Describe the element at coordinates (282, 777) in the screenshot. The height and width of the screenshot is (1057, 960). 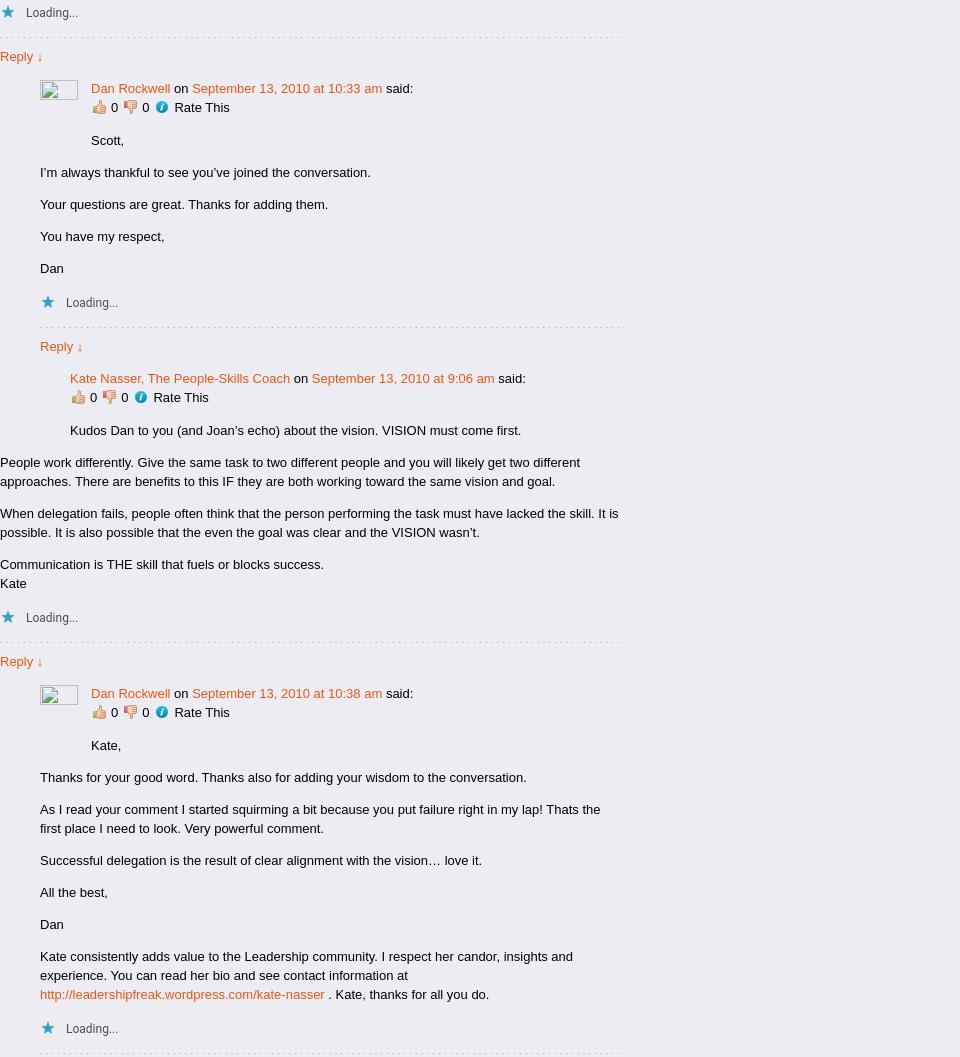
I see `'Thanks for your good word. Thanks also for adding your wisdom to the conversation.'` at that location.